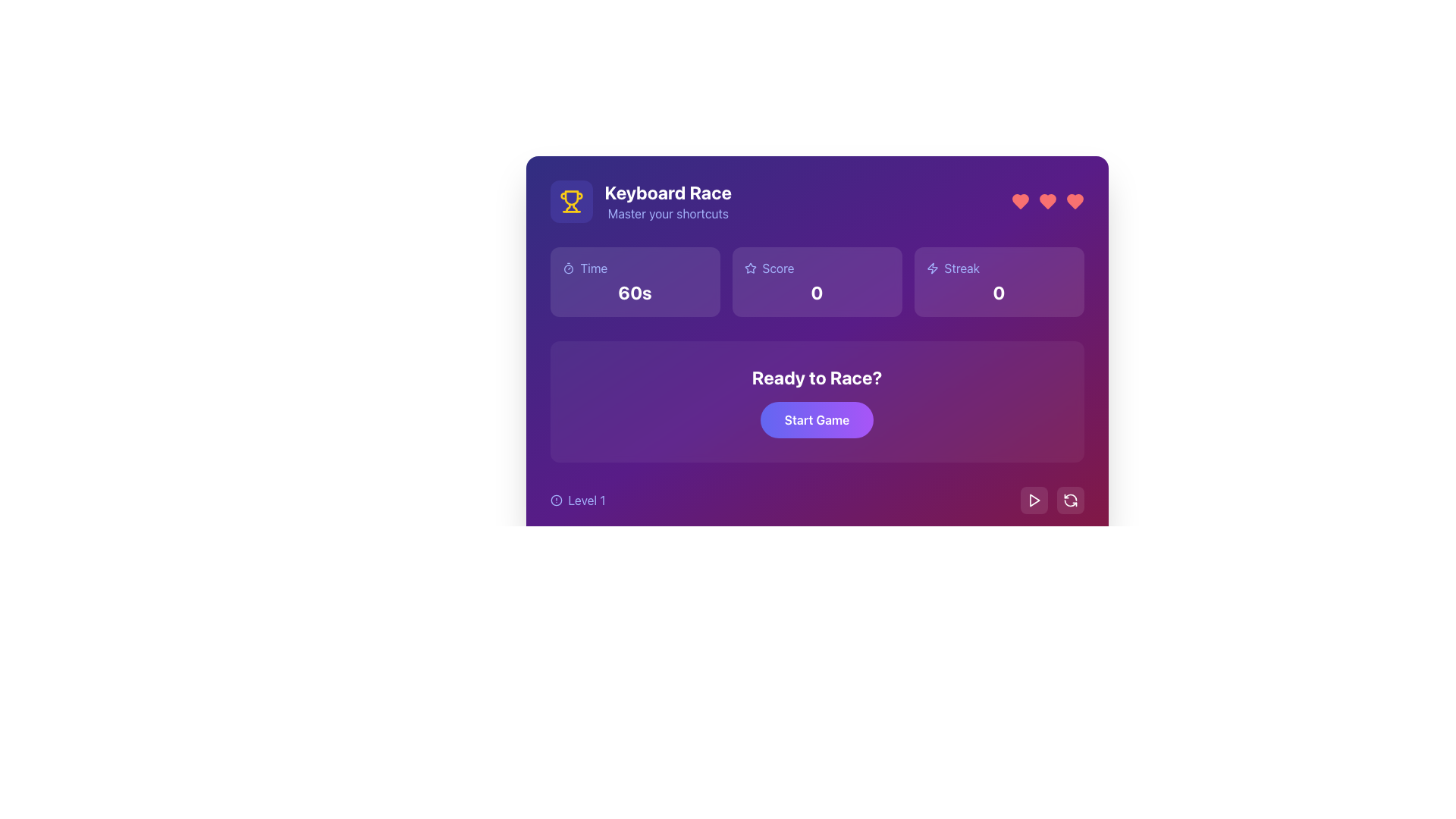 The height and width of the screenshot is (819, 1456). Describe the element at coordinates (570, 201) in the screenshot. I see `the decorative achievement icon located in the top-left corner of the main card component, adjacent to the 'Keyboard Race' title text` at that location.